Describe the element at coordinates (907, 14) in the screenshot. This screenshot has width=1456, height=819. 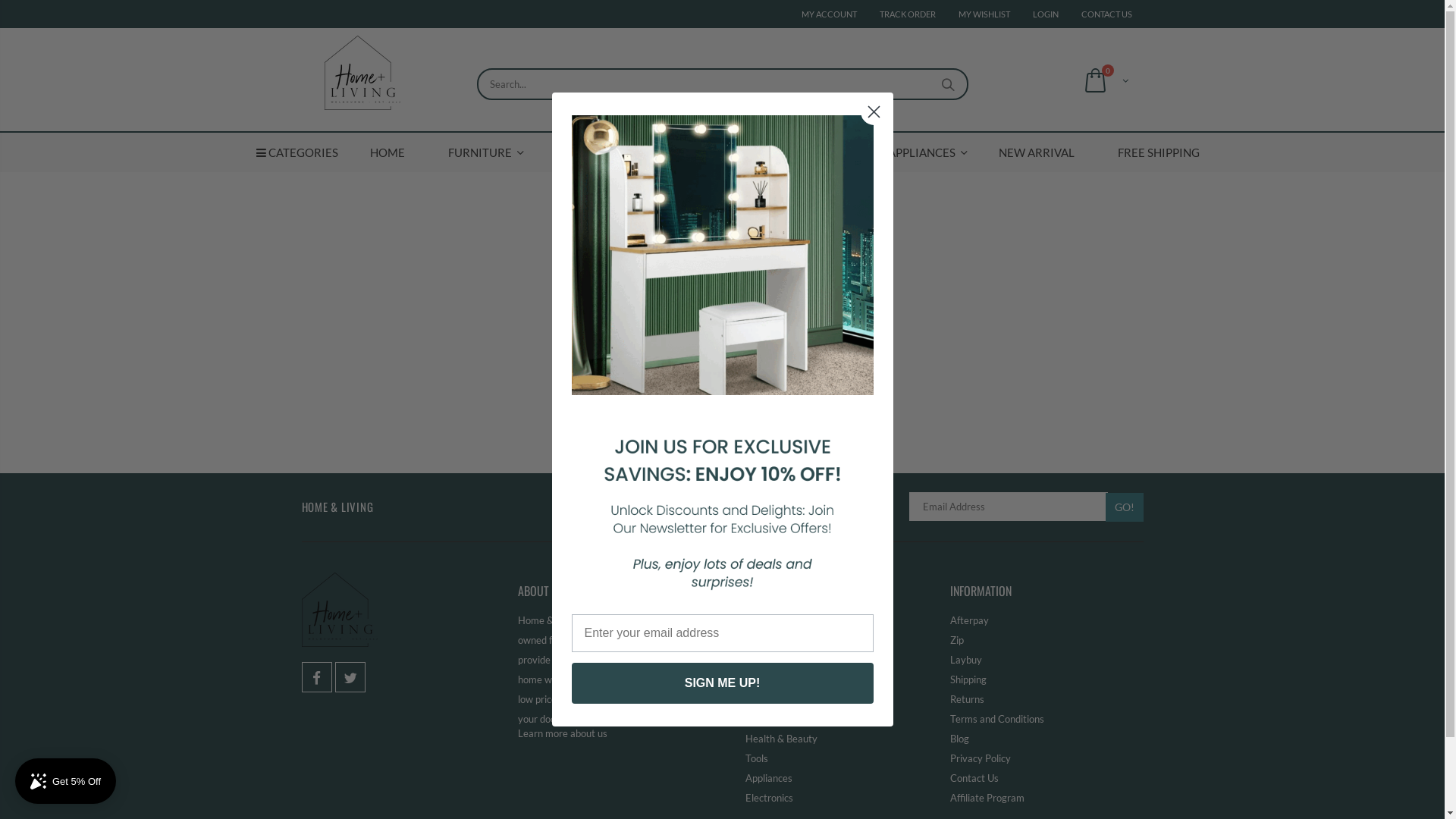
I see `'TRACK ORDER'` at that location.